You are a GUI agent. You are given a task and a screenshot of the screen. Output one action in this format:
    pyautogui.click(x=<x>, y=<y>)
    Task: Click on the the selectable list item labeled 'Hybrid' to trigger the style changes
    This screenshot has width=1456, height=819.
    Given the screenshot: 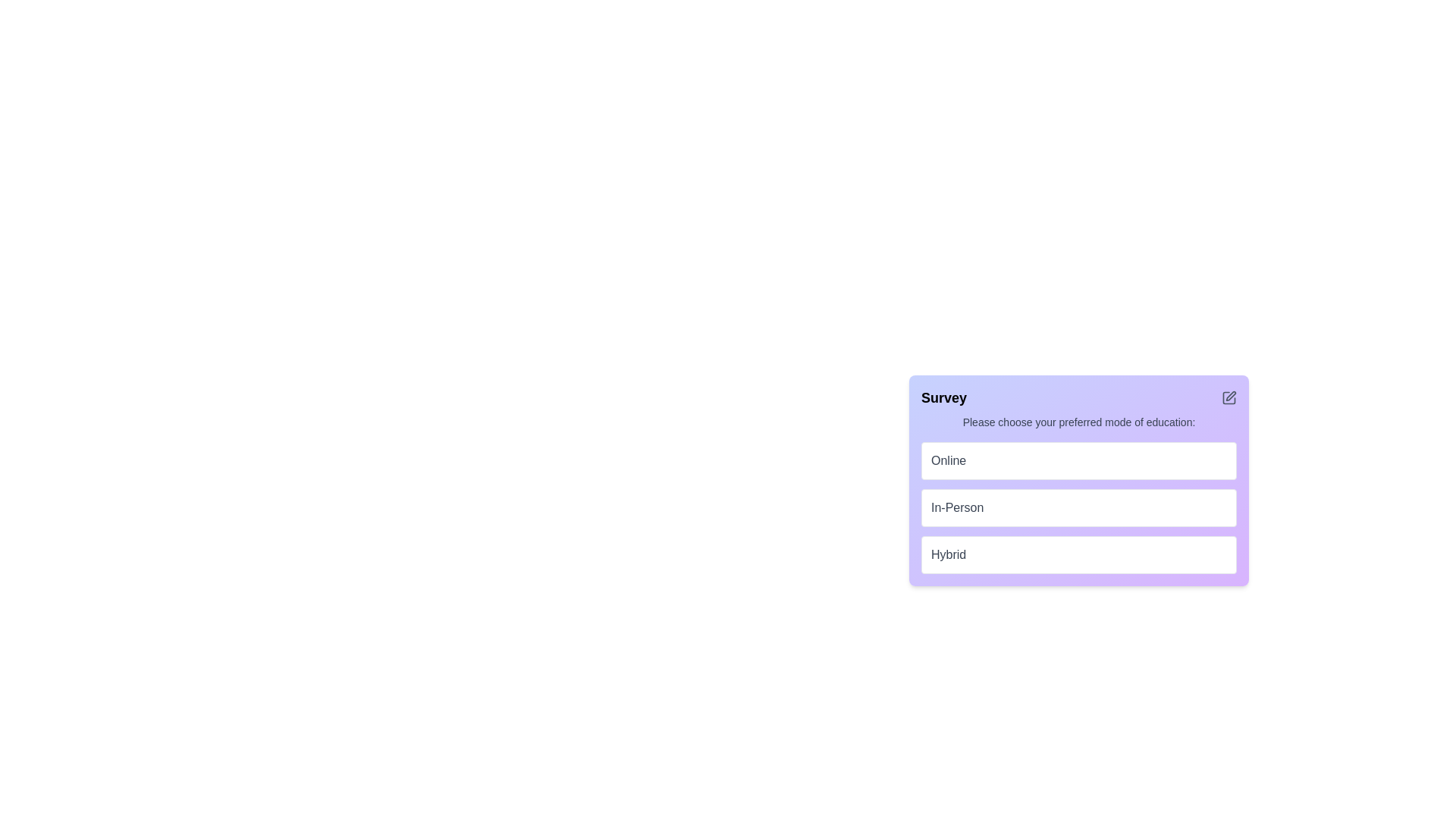 What is the action you would take?
    pyautogui.click(x=1078, y=555)
    